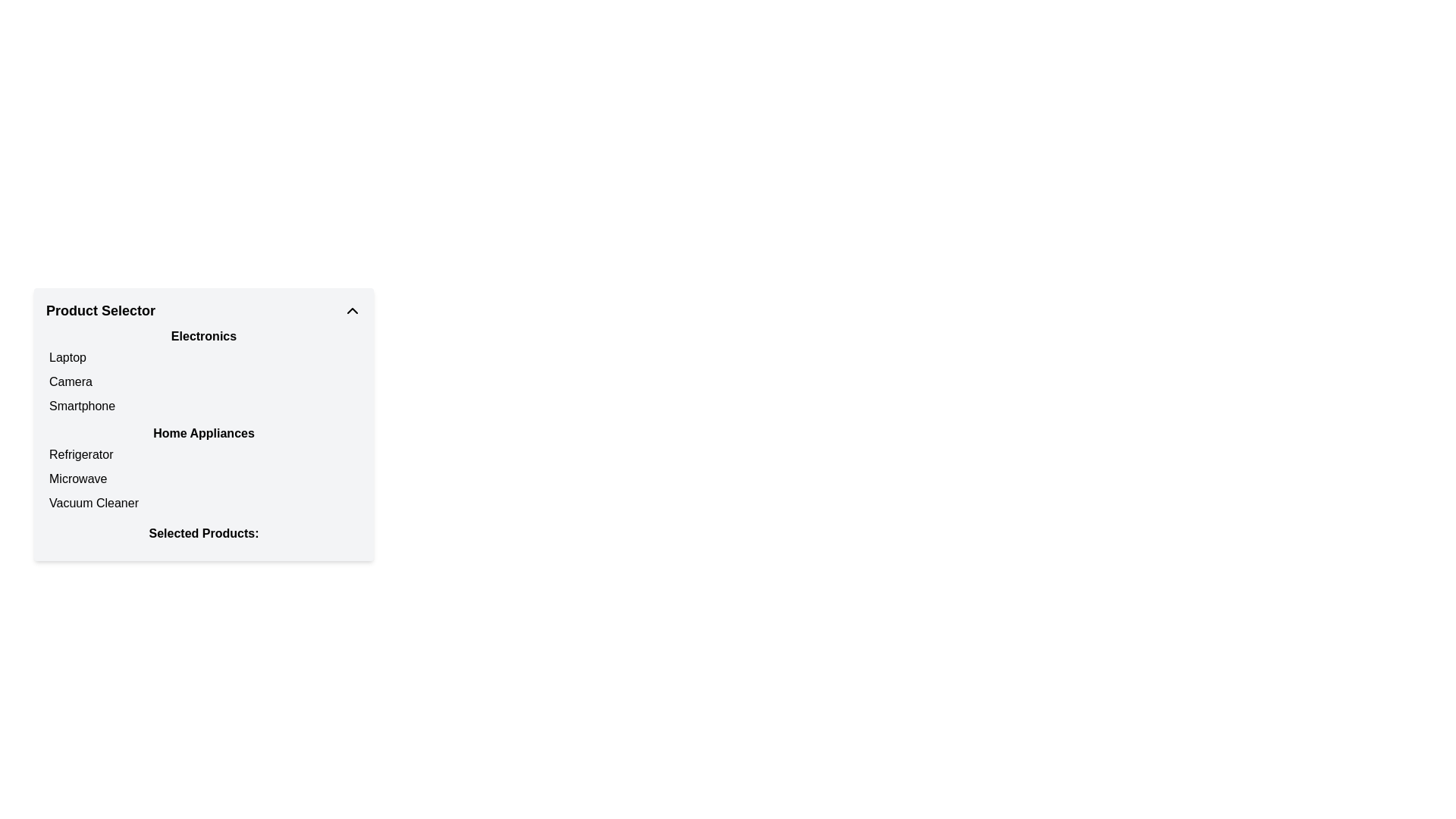 This screenshot has height=819, width=1456. I want to click on the heading text label located at the bottom of the card layout that lists selected products under 'Electronics' and 'Home Appliances', so click(202, 536).